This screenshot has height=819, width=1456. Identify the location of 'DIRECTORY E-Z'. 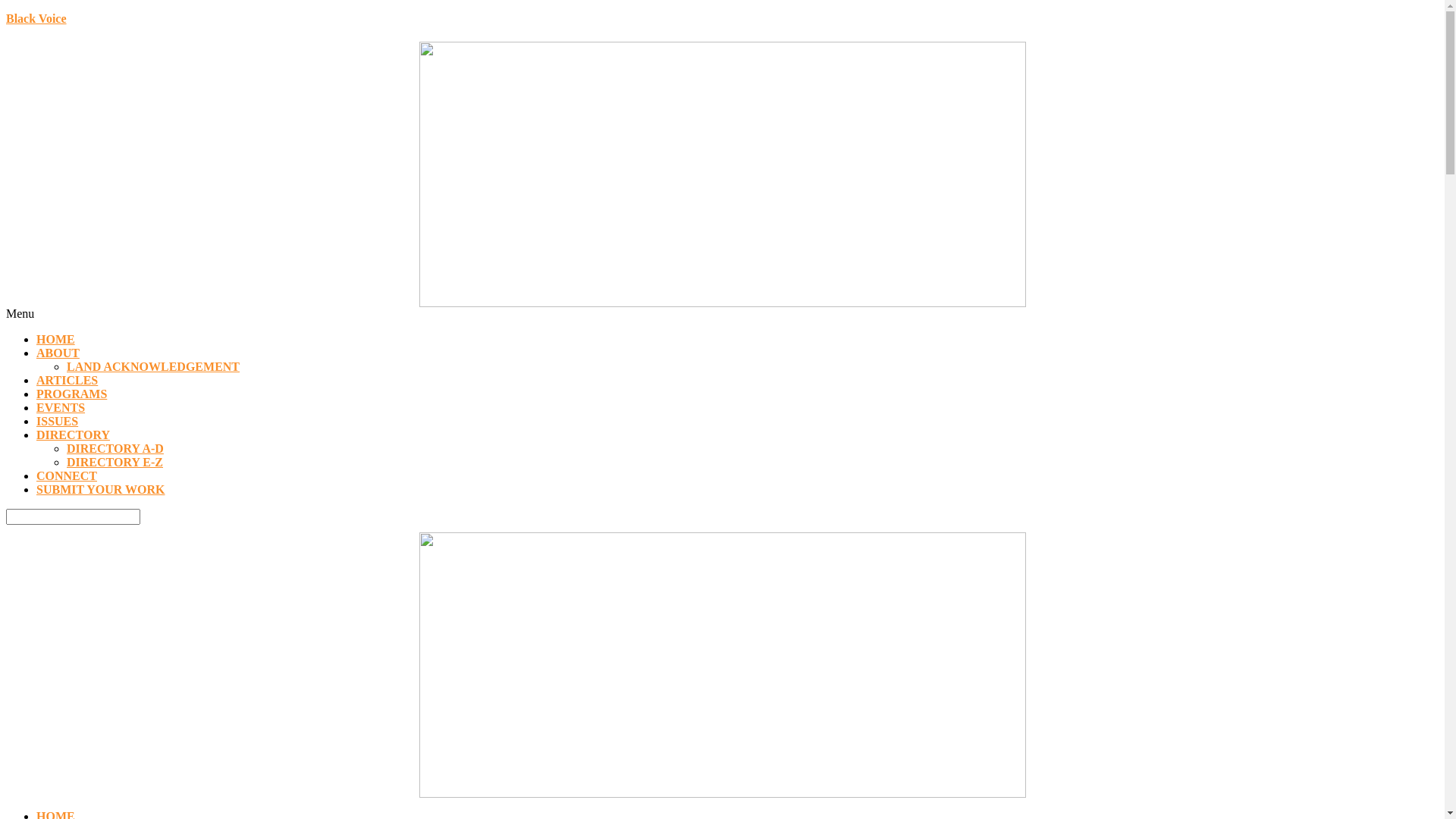
(114, 461).